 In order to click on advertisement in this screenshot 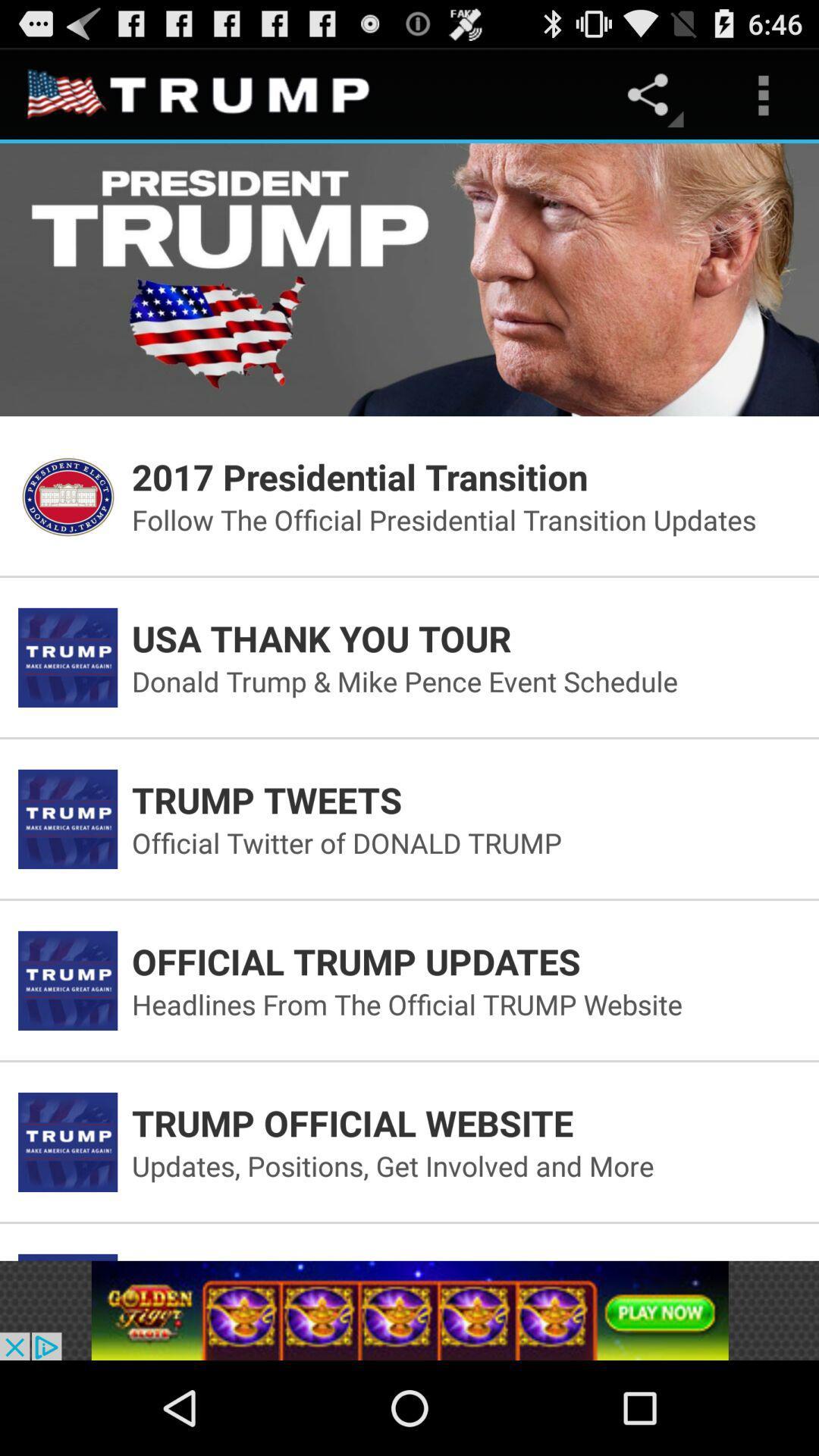, I will do `click(409, 1310)`.